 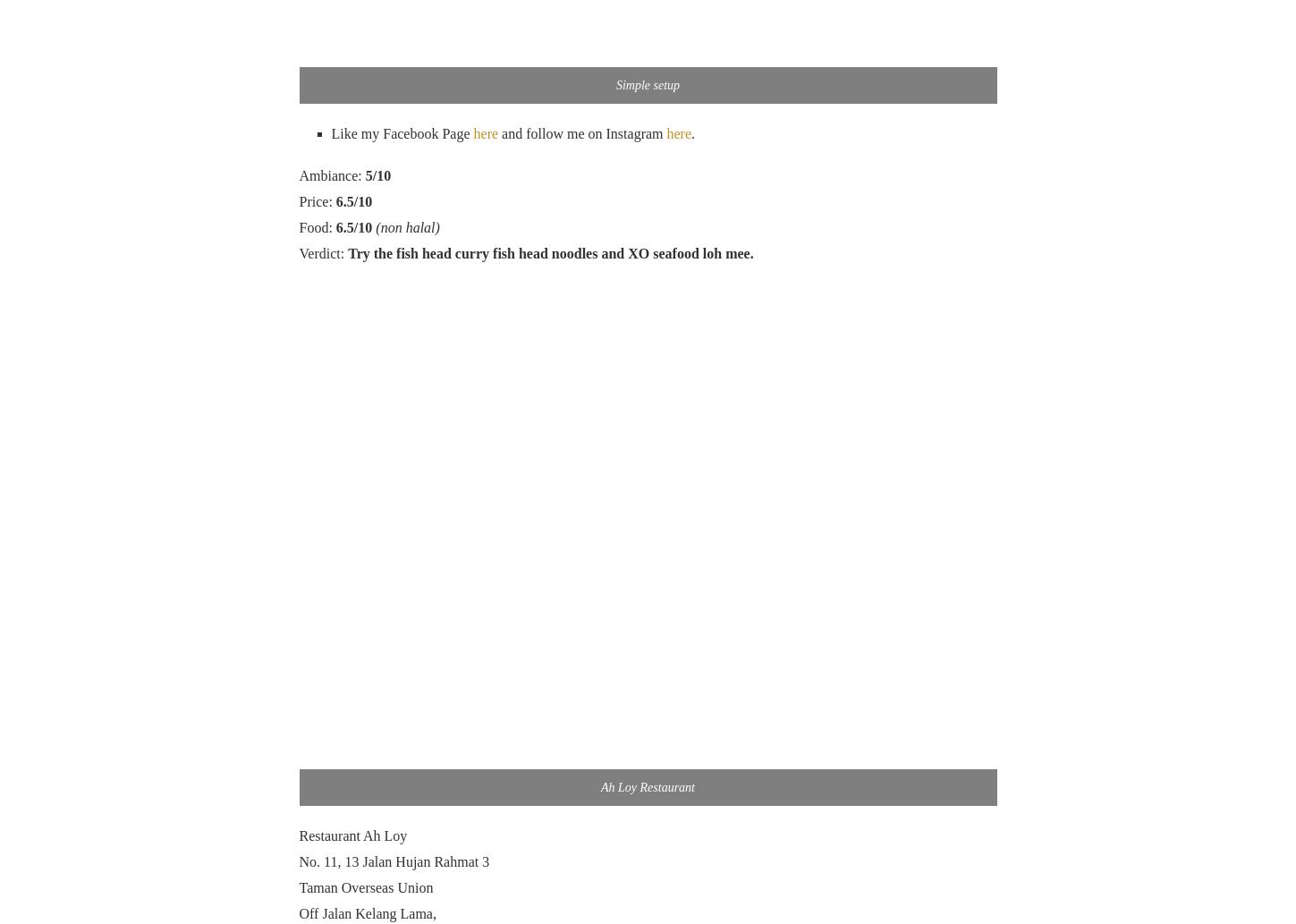 What do you see at coordinates (352, 835) in the screenshot?
I see `'Restaurant Ah Loy'` at bounding box center [352, 835].